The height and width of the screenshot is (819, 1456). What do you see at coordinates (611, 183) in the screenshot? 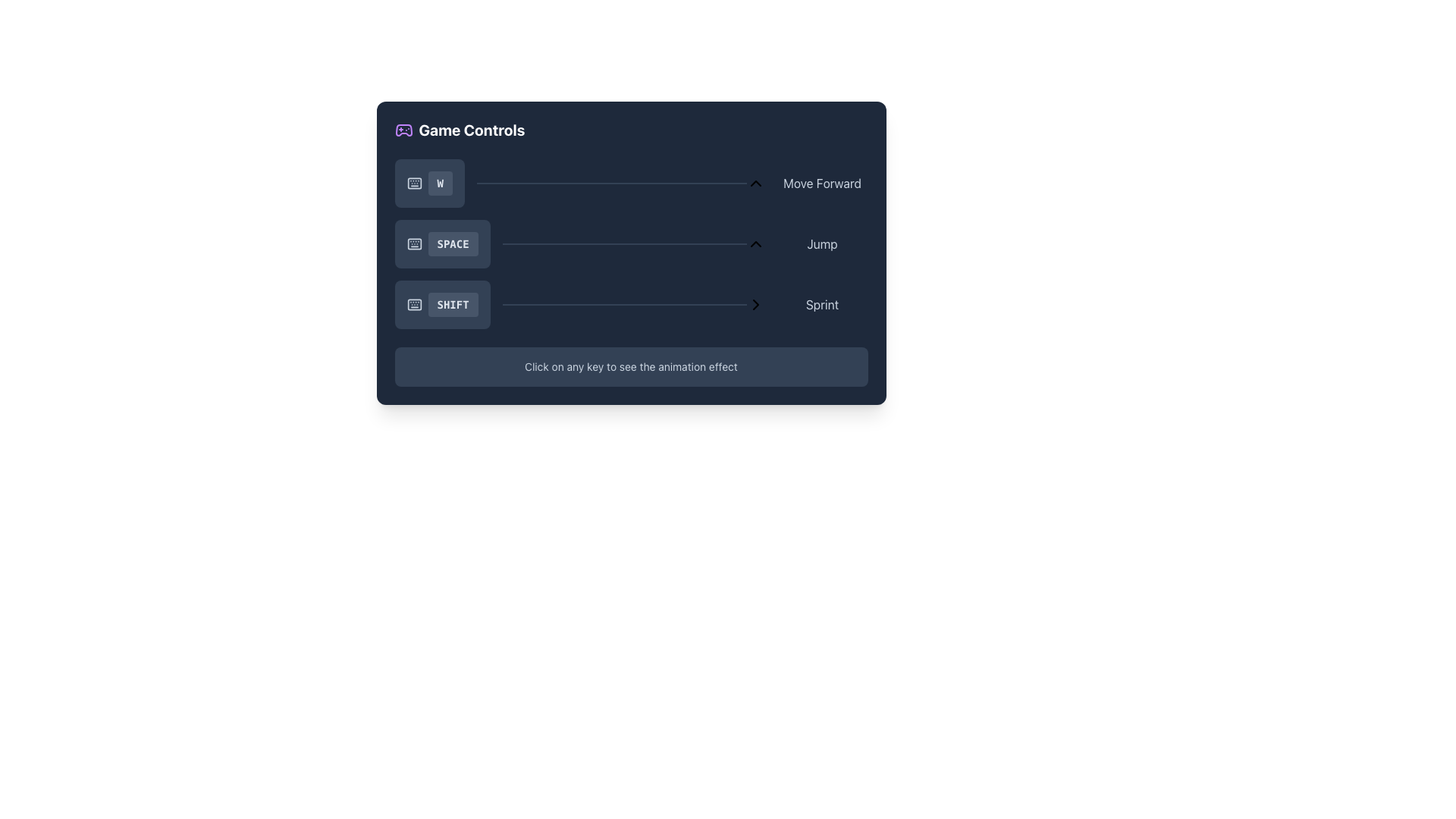
I see `the progress bar, which is a visual indicator located horizontally next to the 'W' button and above the 'SPACE' button controls` at bounding box center [611, 183].